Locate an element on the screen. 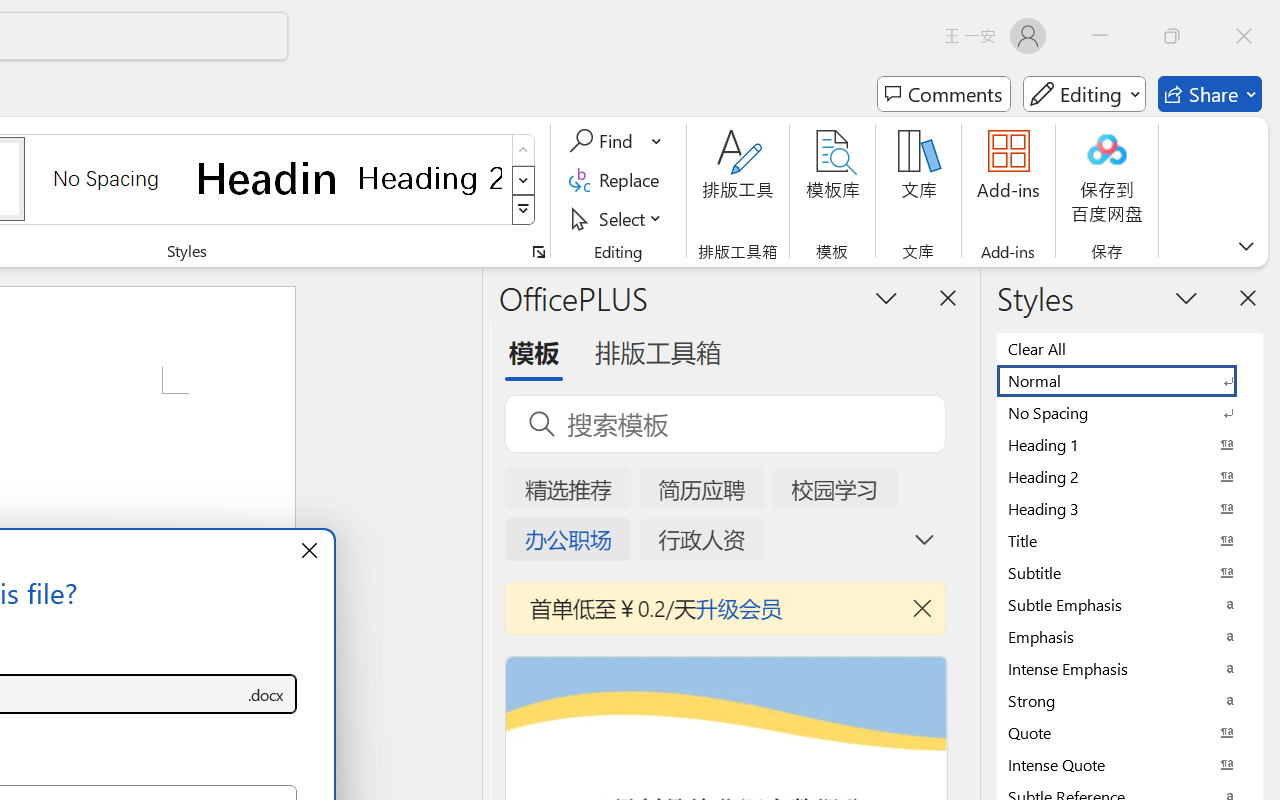 Image resolution: width=1280 pixels, height=800 pixels. 'Minimize' is located at coordinates (1099, 35).